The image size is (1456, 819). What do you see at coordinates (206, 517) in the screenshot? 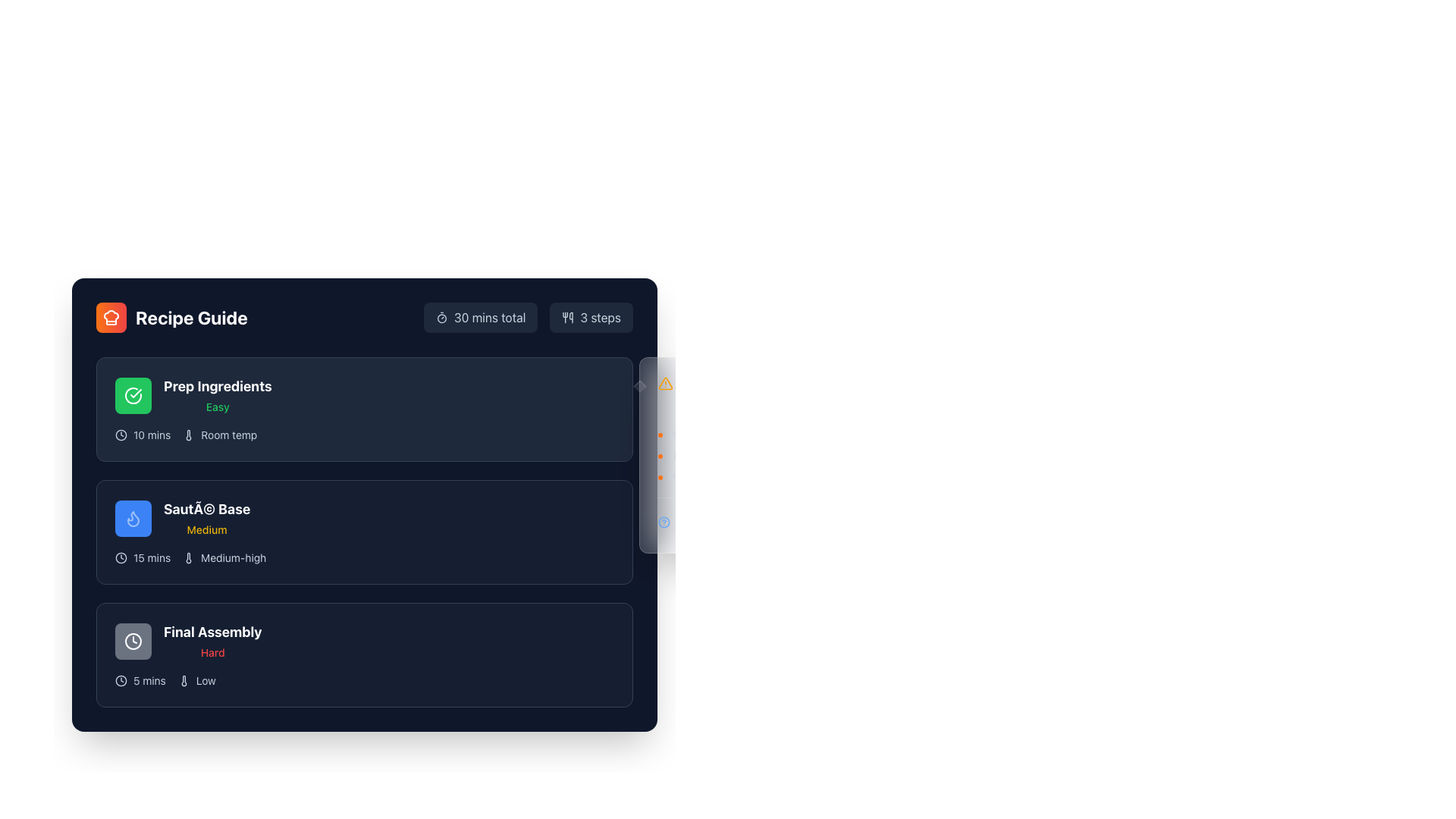
I see `the Text Display element that serves as a title and subtitle for the second card in the recipe progression interface, located centrally to the right of the flame icon` at bounding box center [206, 517].